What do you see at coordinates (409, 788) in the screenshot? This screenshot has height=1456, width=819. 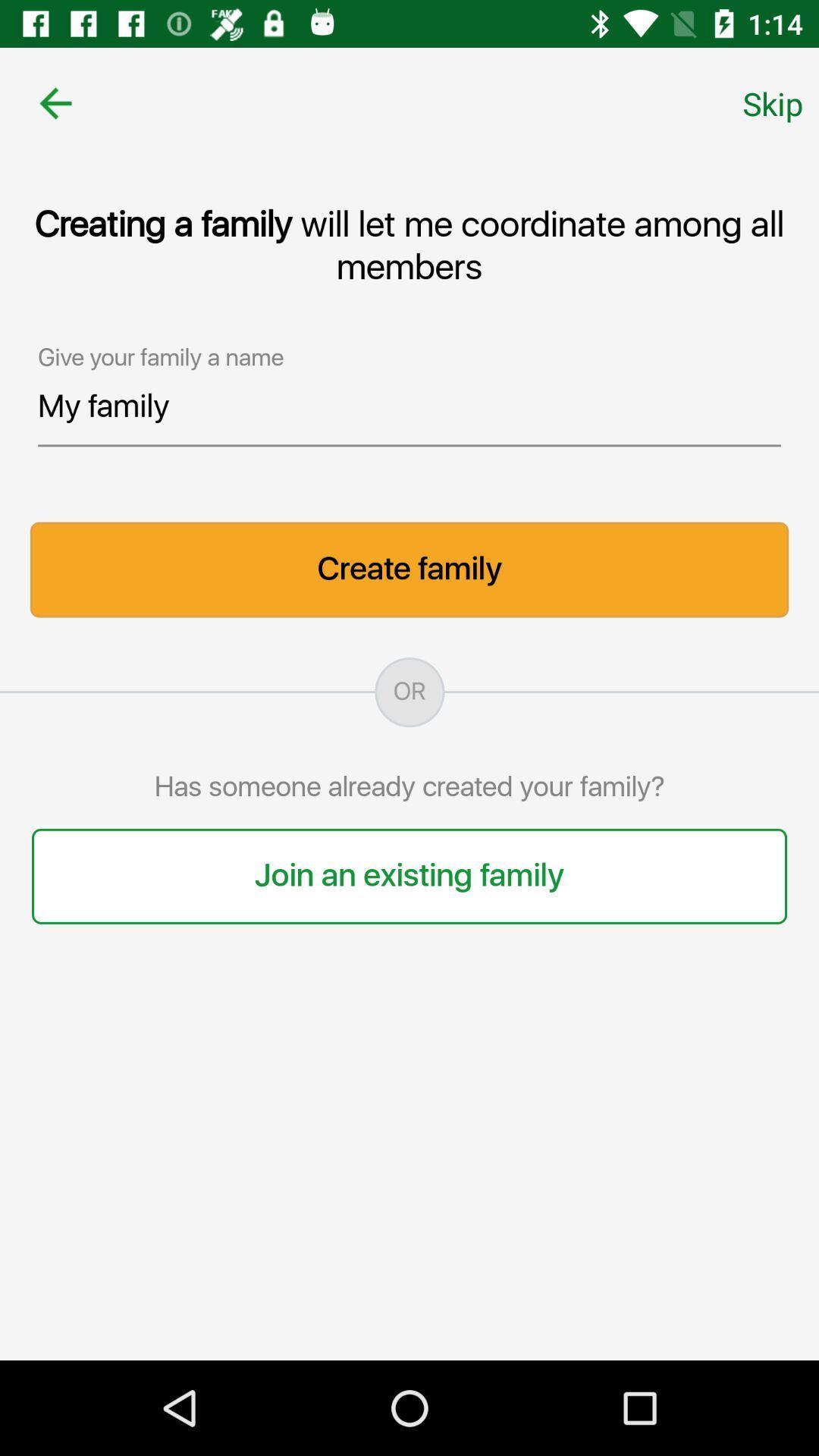 I see `the has someone already item` at bounding box center [409, 788].